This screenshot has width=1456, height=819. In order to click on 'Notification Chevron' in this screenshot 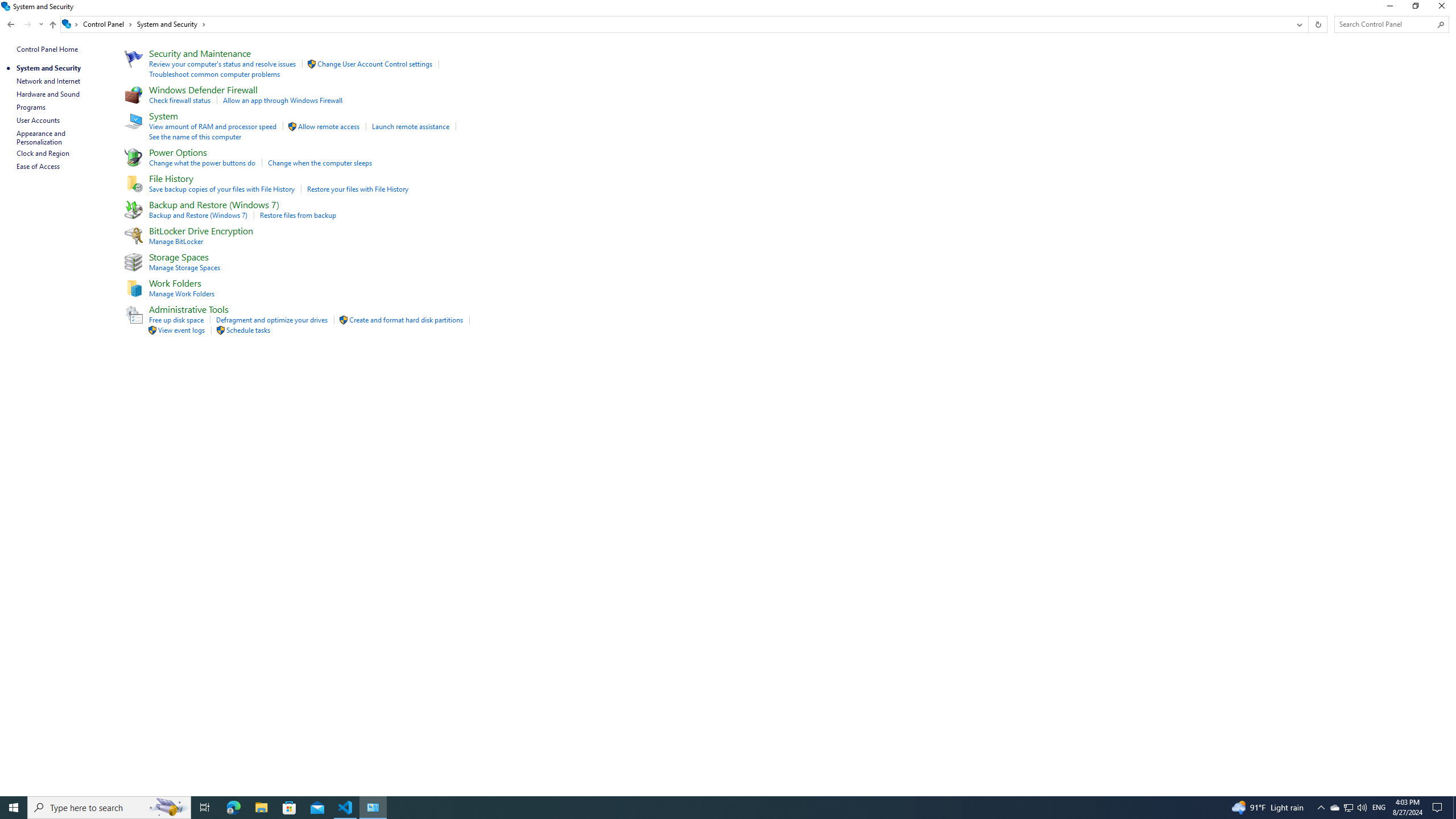, I will do `click(1321, 806)`.